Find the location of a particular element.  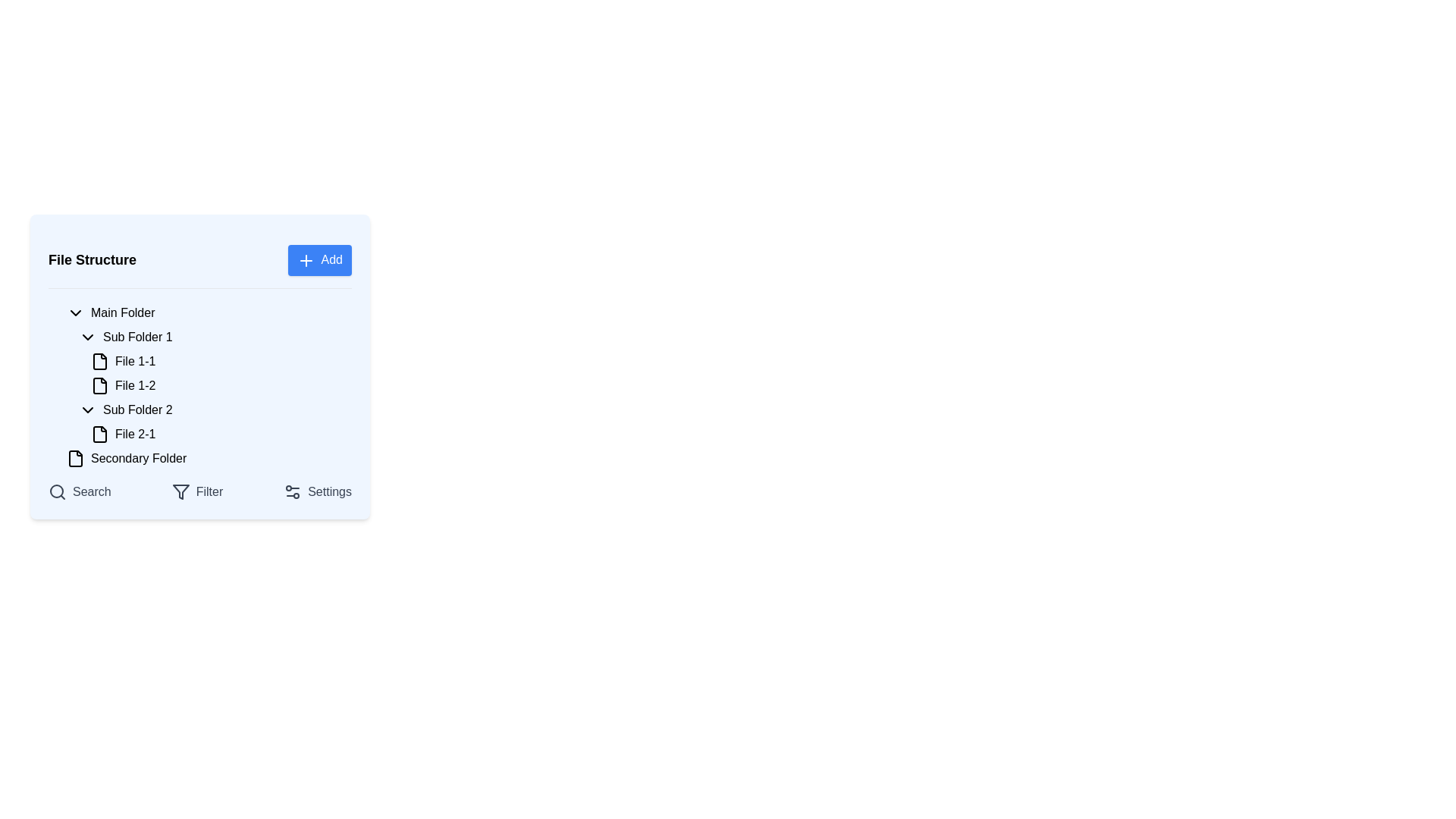

the 'Search' button, which features a magnifying glass icon and is the leftmost control in the bottom section of the sidebar for file structure navigation is located at coordinates (79, 491).